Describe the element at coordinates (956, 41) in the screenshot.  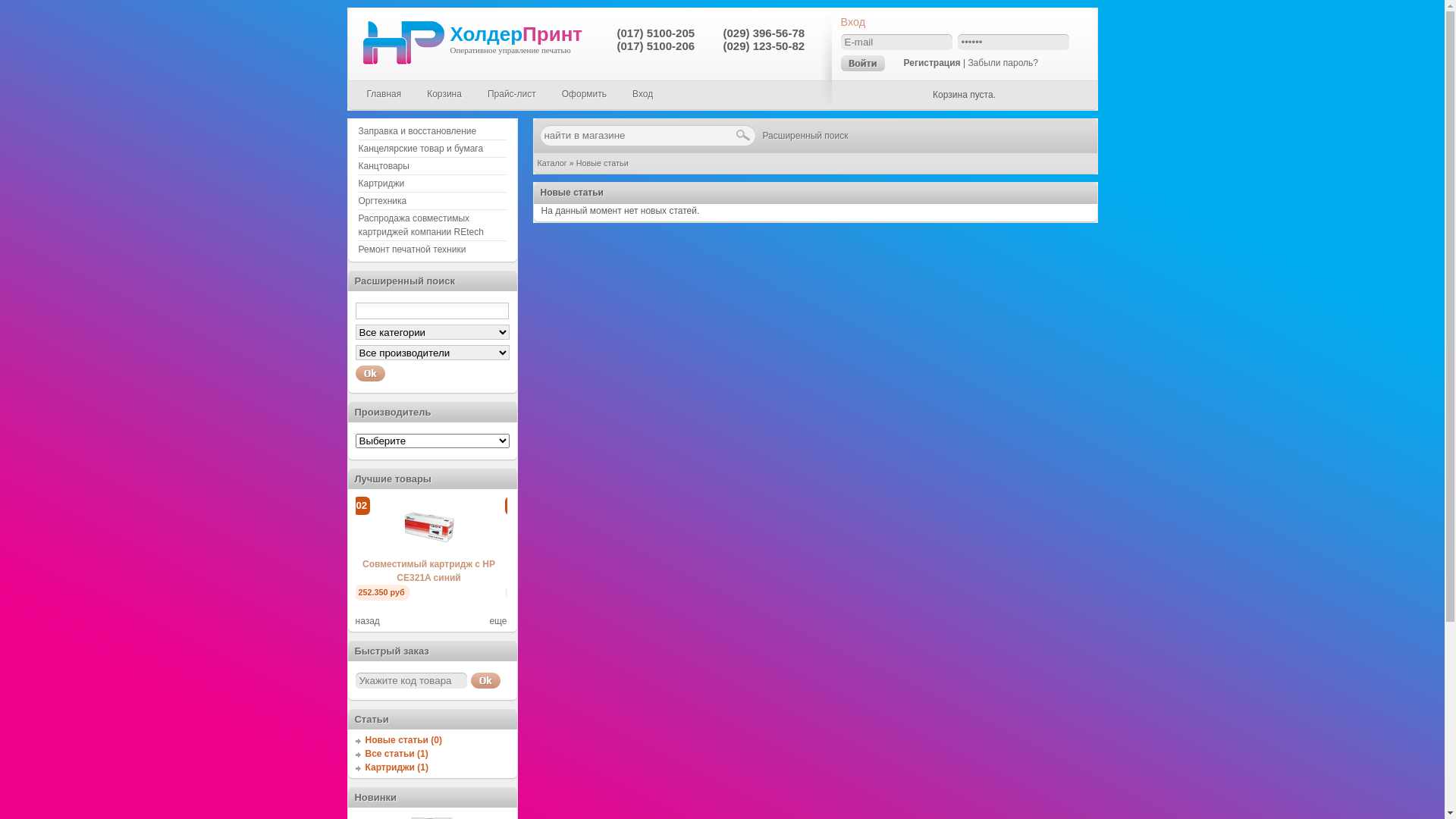
I see `'******'` at that location.